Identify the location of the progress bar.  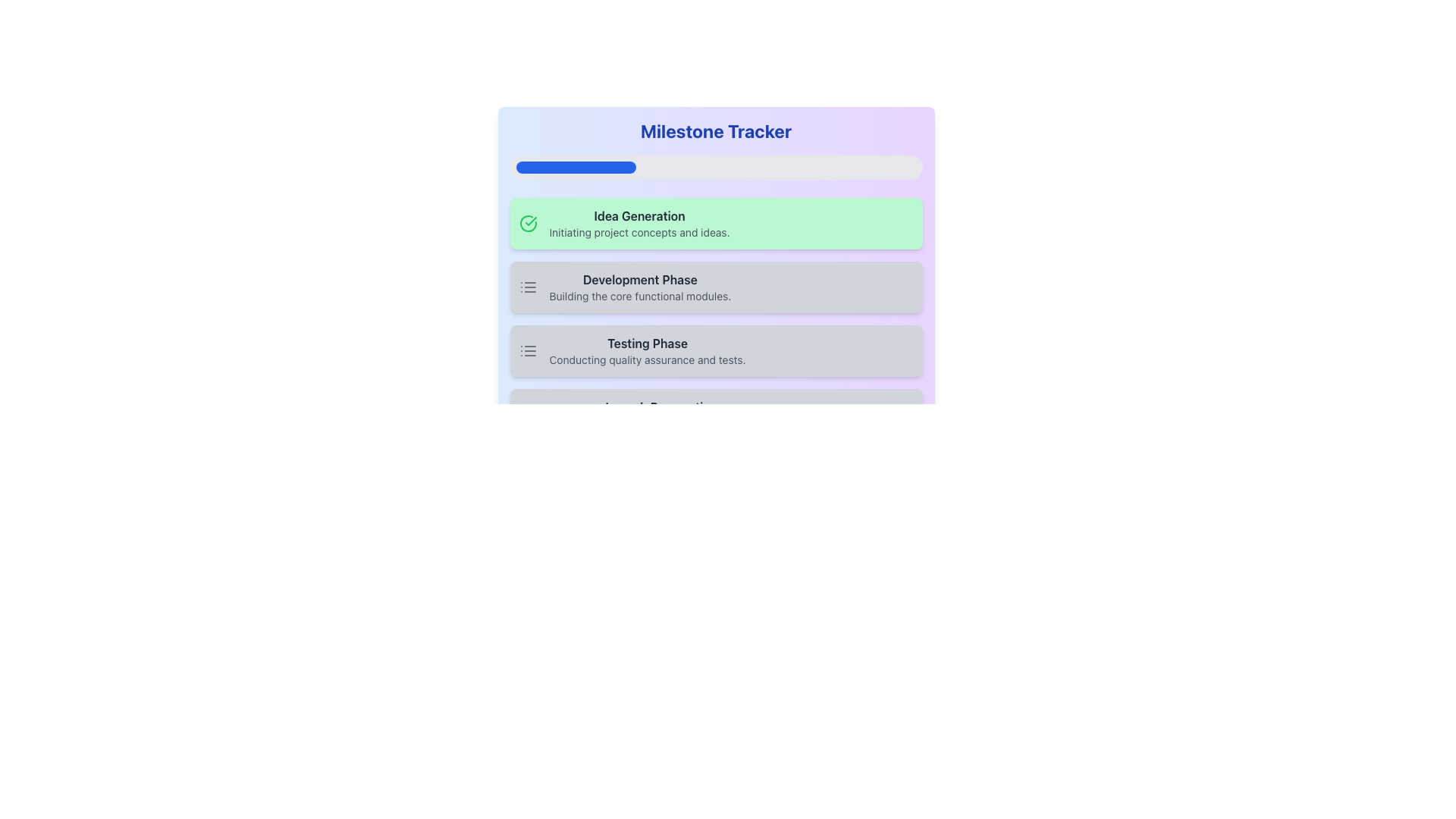
(913, 167).